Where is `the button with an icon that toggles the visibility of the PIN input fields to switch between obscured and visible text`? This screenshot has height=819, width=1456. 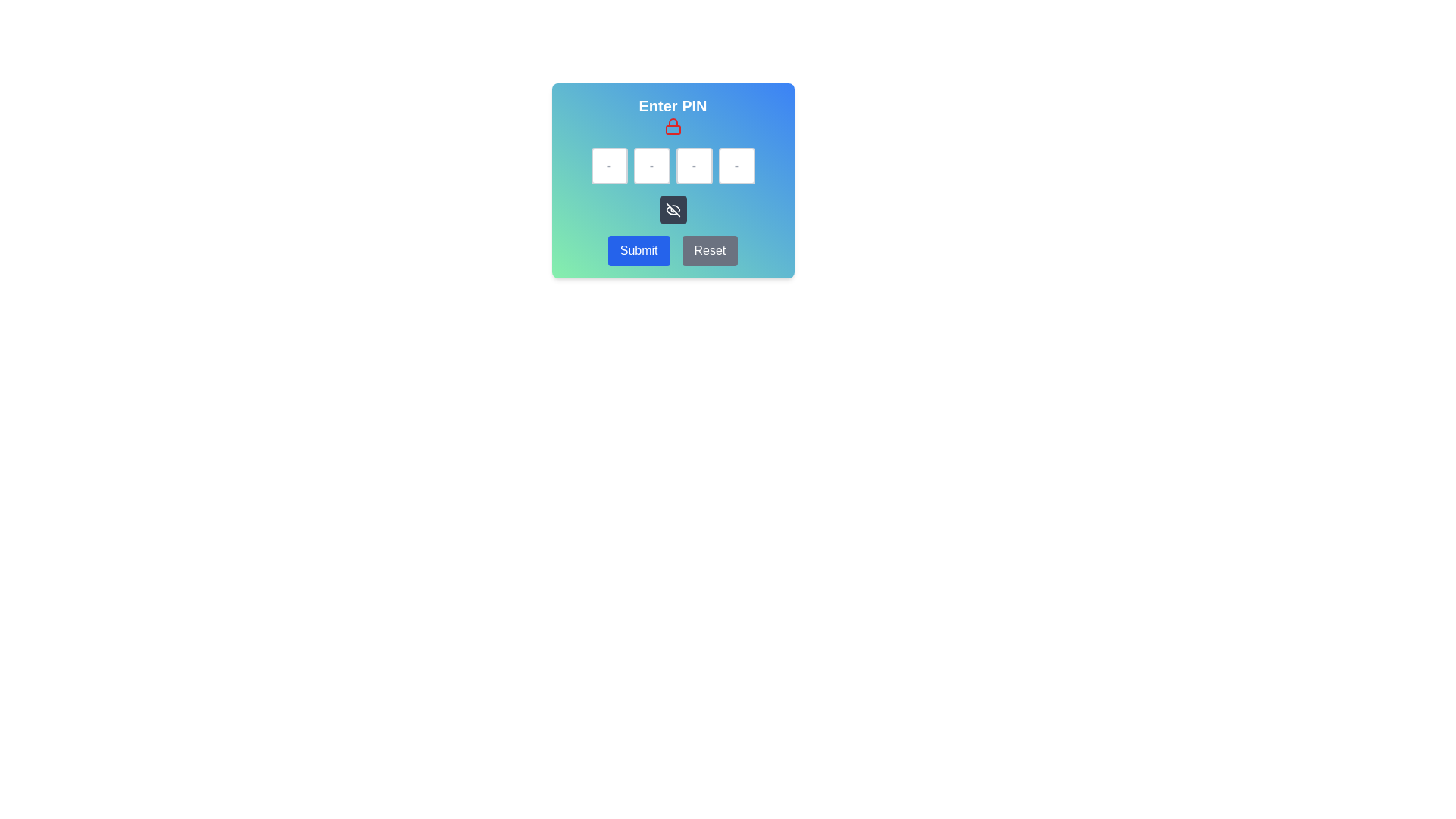 the button with an icon that toggles the visibility of the PIN input fields to switch between obscured and visible text is located at coordinates (672, 209).